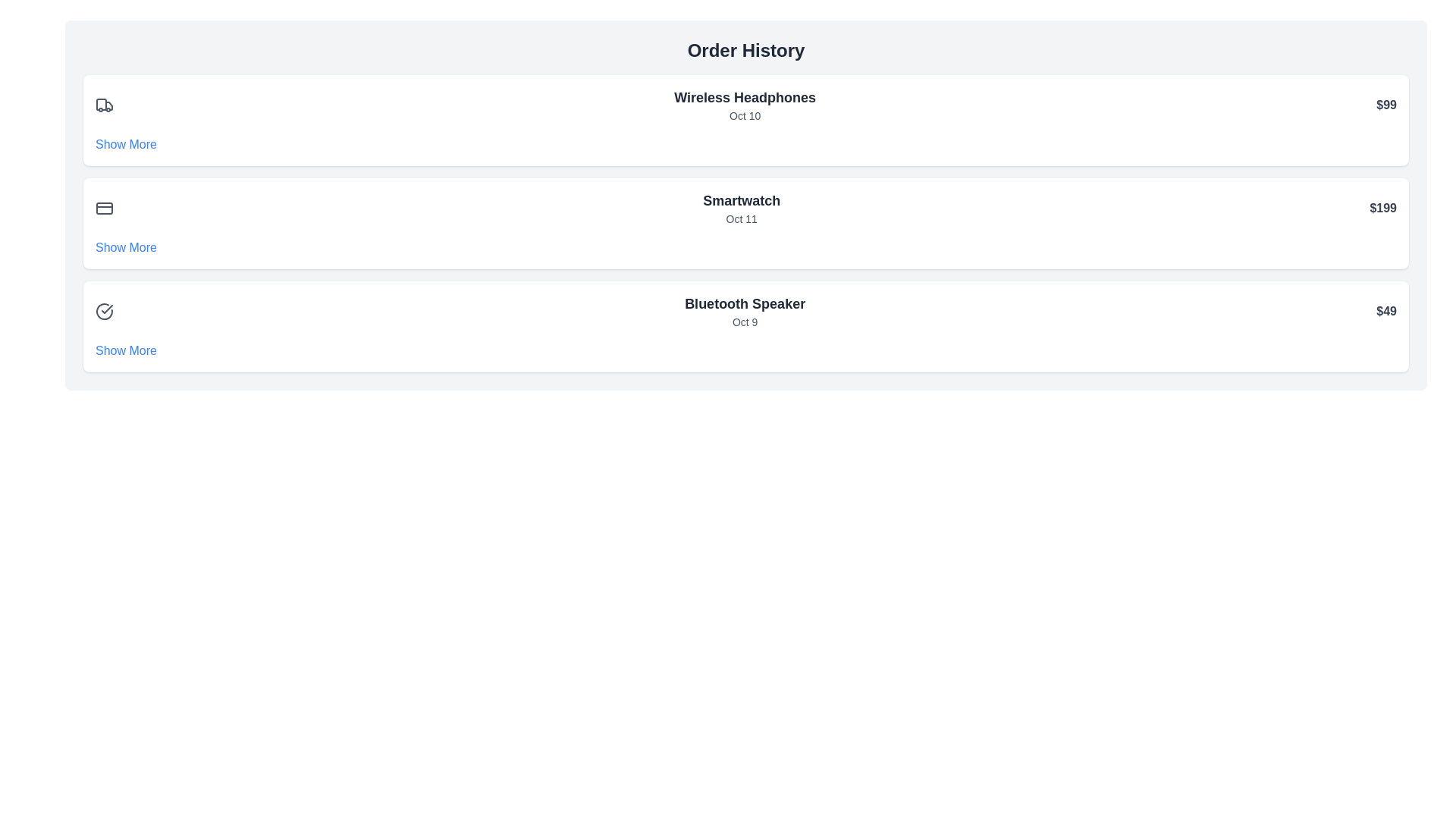 The height and width of the screenshot is (819, 1456). What do you see at coordinates (745, 115) in the screenshot?
I see `the static text element displaying 'Oct 10', which is positioned below 'Wireless Headphones' in a muted gray font` at bounding box center [745, 115].